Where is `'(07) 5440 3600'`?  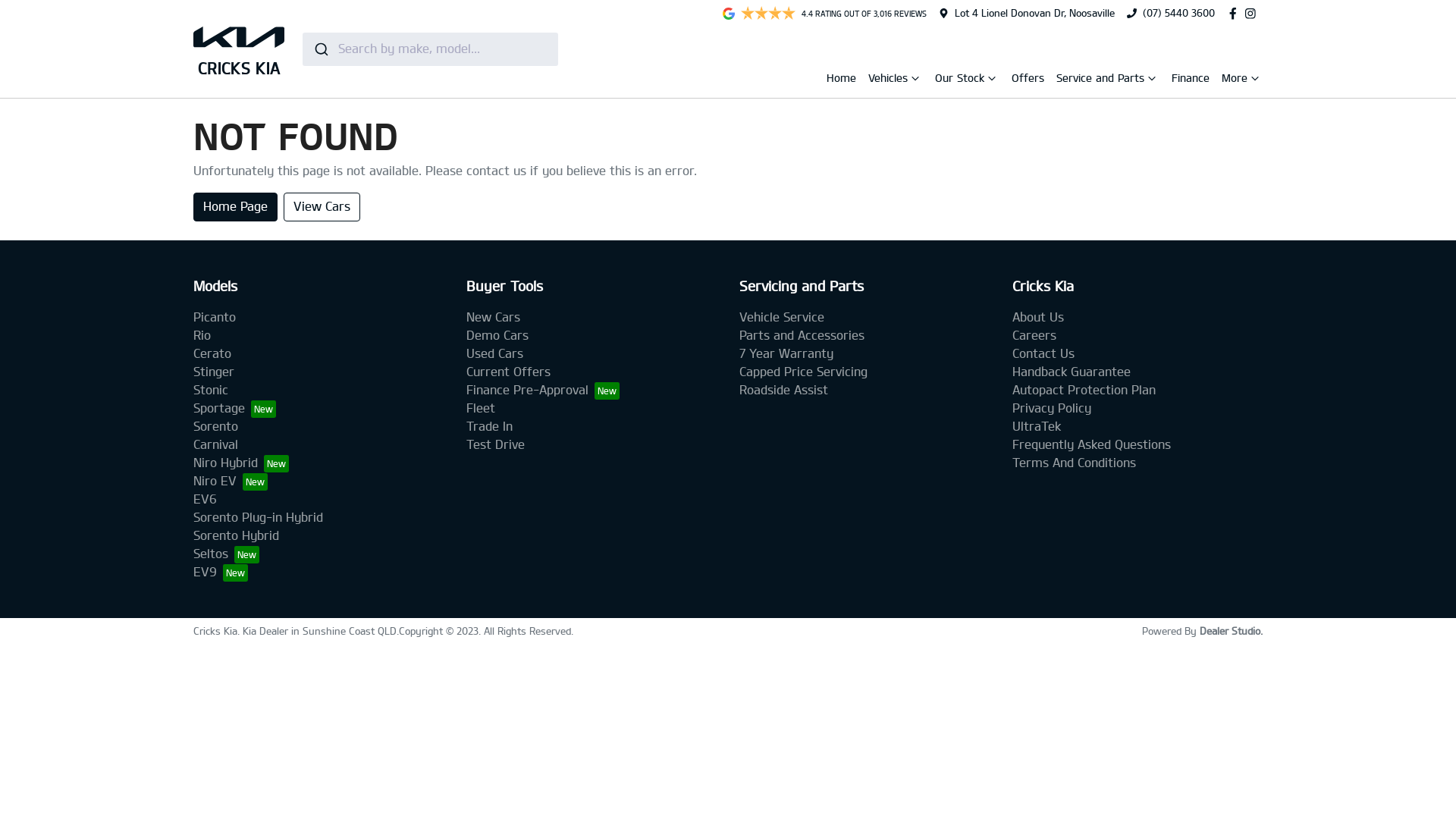
'(07) 5440 3600' is located at coordinates (1178, 12).